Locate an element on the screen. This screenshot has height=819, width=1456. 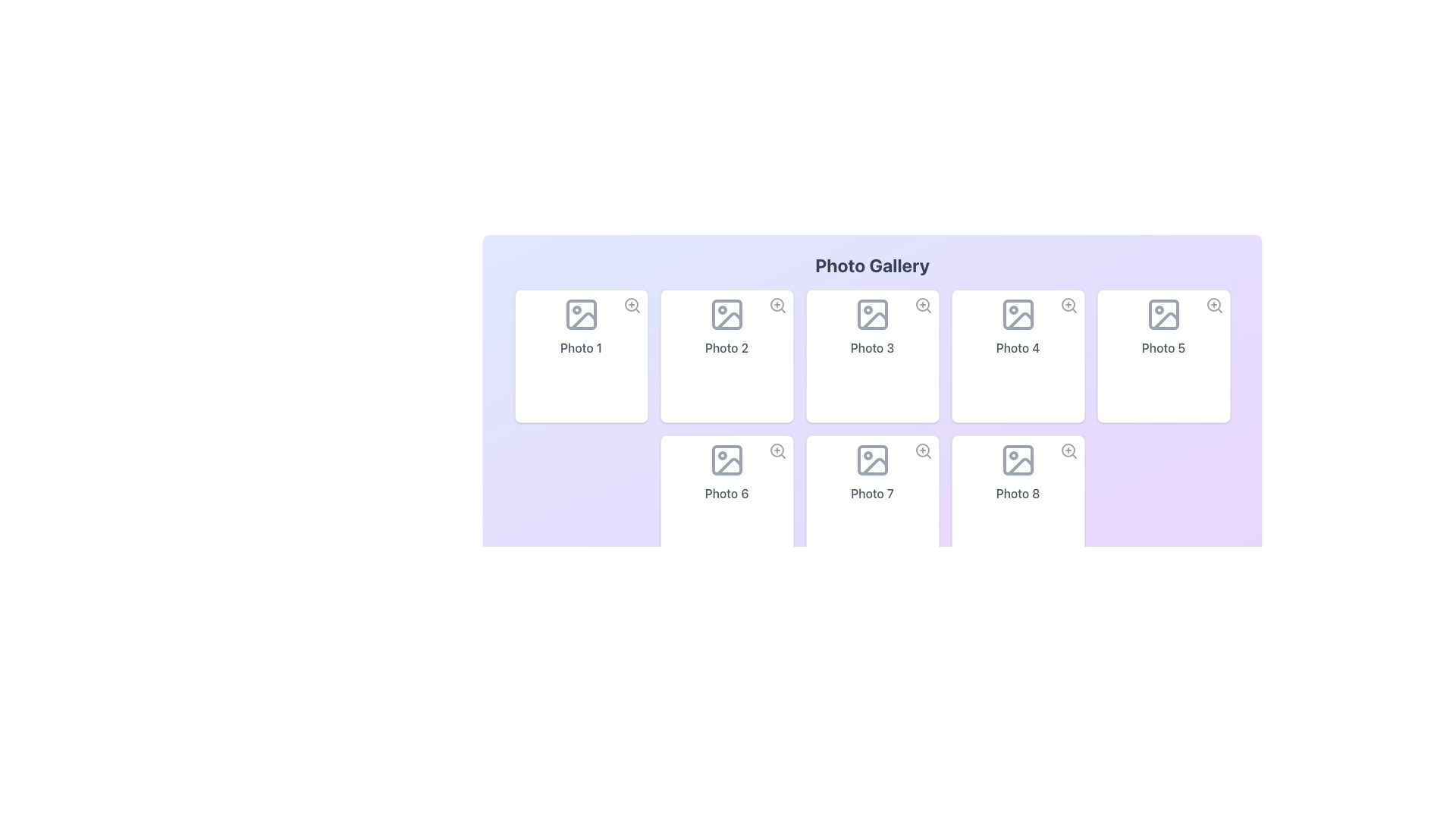
the card element labeled 'Photo 8', which is located in the second row and fourth column of the grid layout is located at coordinates (1018, 502).